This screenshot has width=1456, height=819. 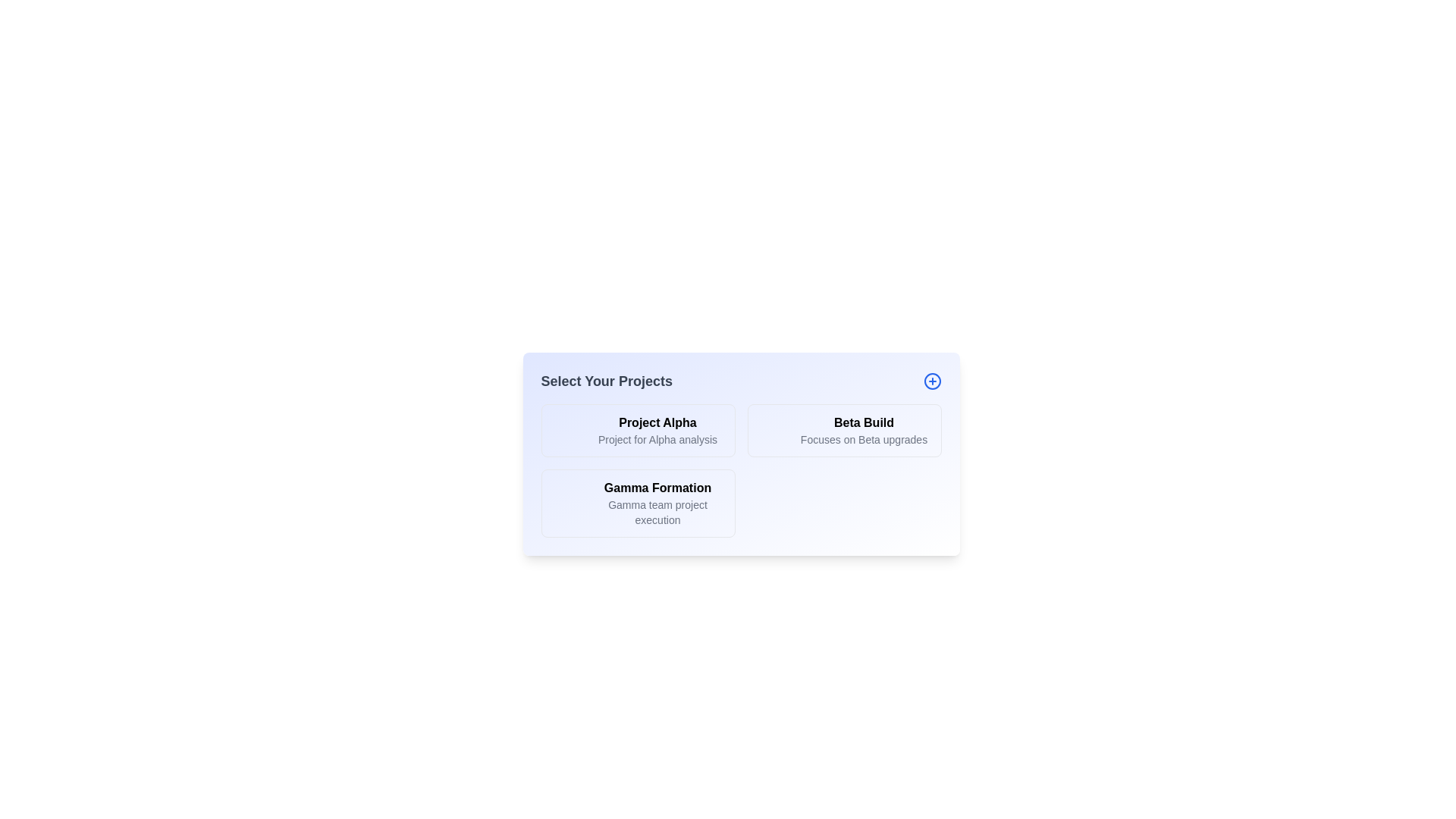 What do you see at coordinates (657, 512) in the screenshot?
I see `the text label displaying 'Gamma team project execution', which is located below 'Gamma Formation' in the third project card from the left` at bounding box center [657, 512].